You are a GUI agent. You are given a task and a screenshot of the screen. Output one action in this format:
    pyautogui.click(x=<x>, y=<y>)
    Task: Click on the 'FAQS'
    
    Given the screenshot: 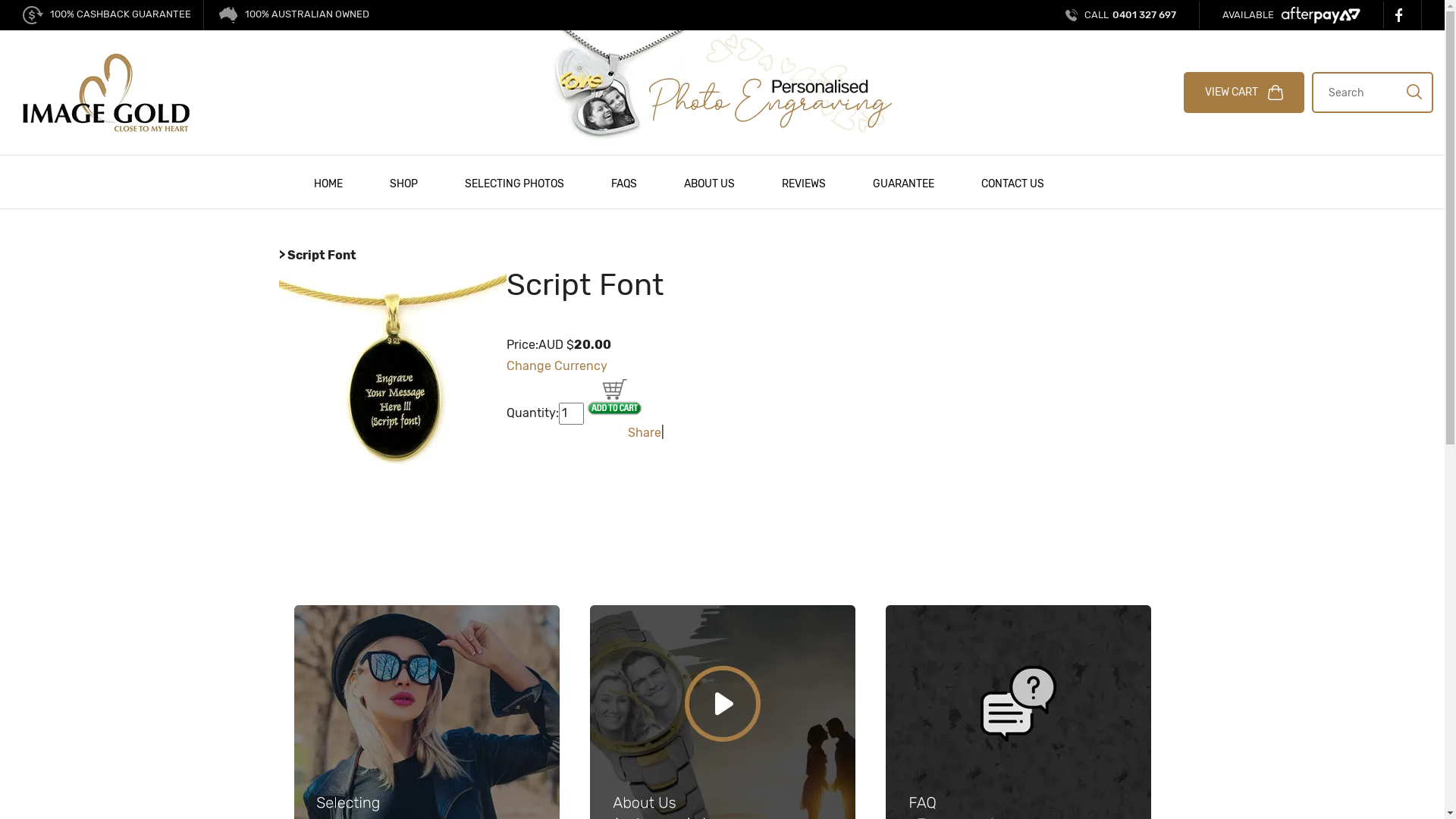 What is the action you would take?
    pyautogui.click(x=623, y=181)
    